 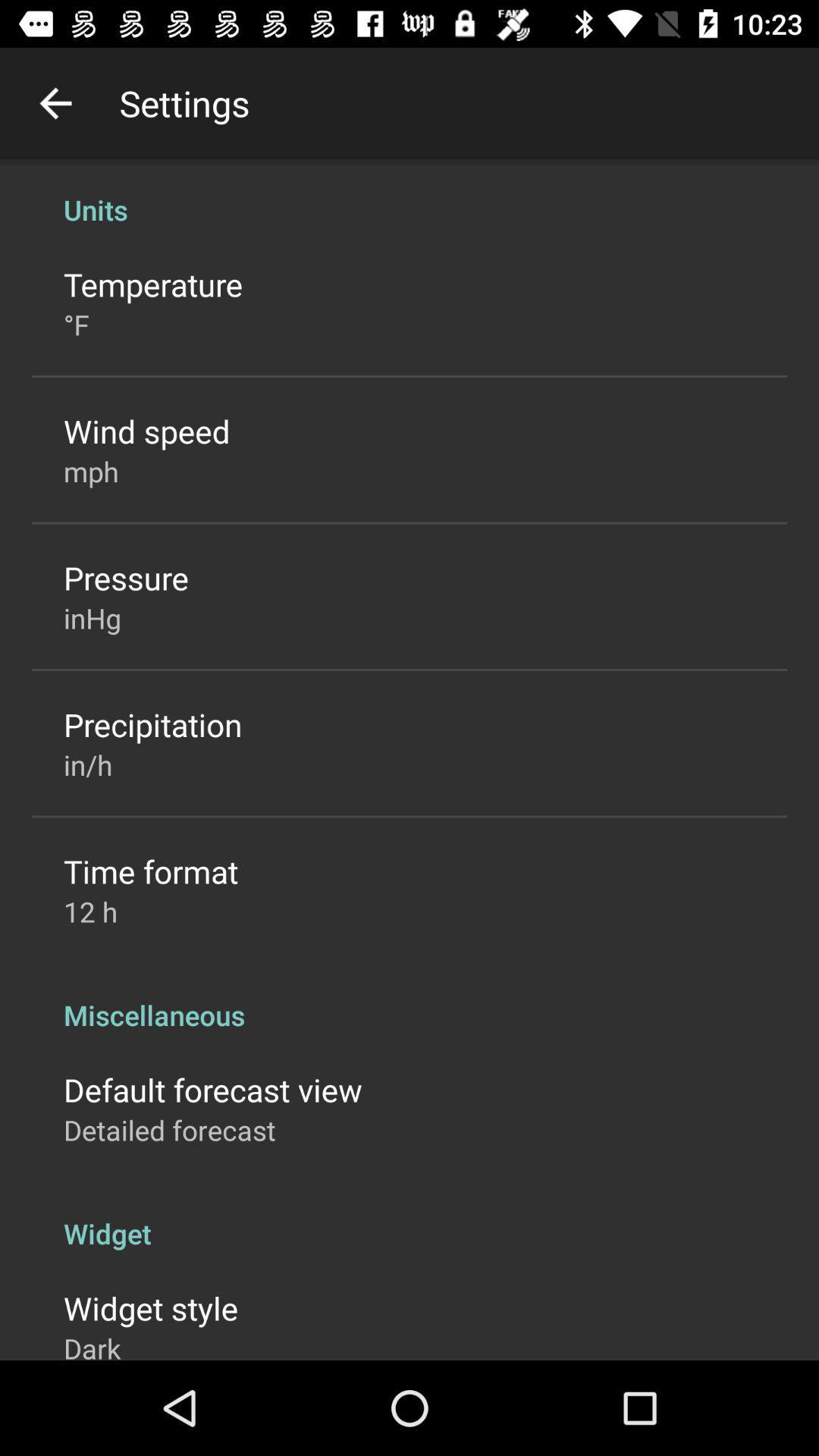 I want to click on time format, so click(x=151, y=871).